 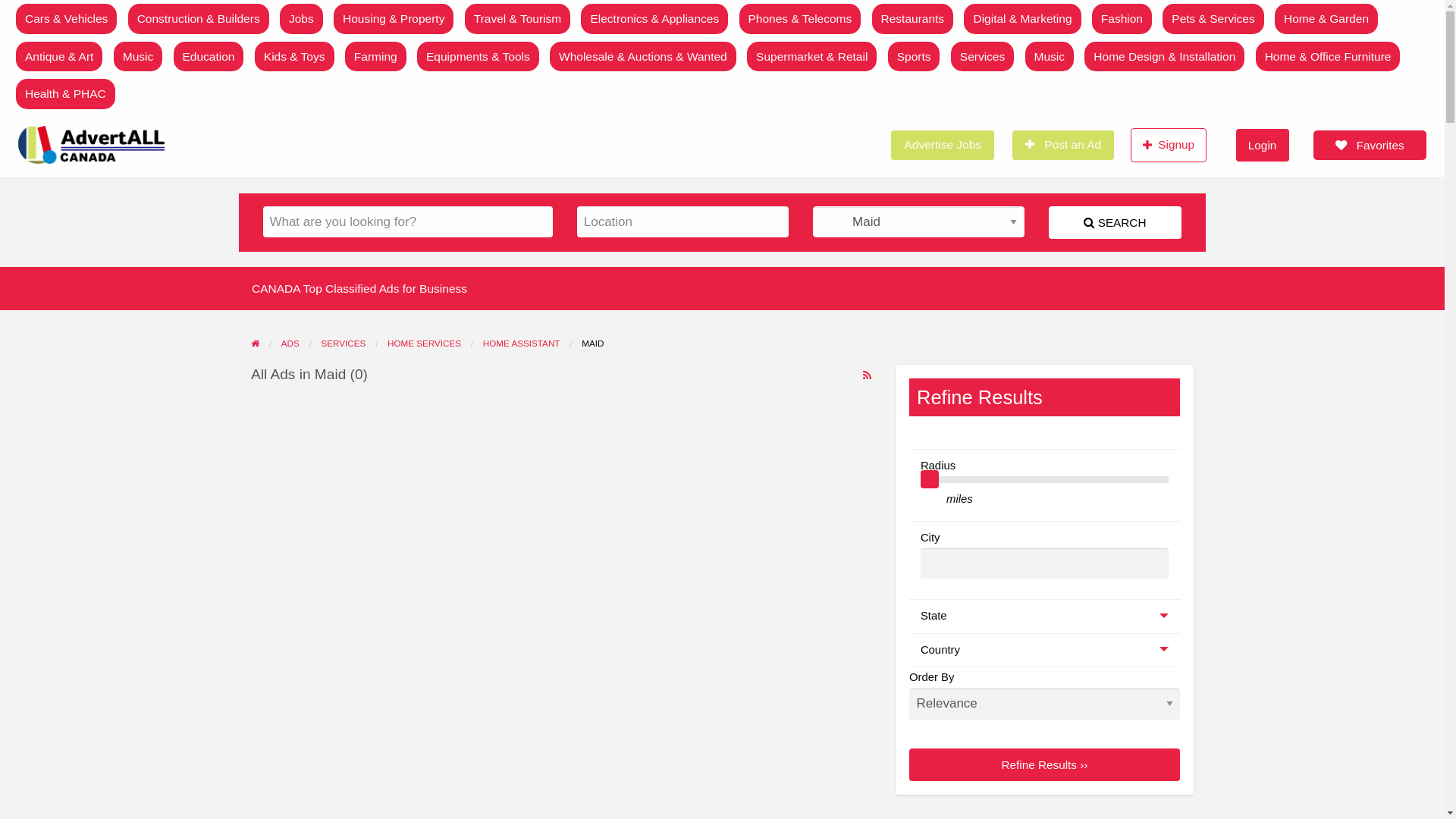 I want to click on 'Housing & Property', so click(x=393, y=18).